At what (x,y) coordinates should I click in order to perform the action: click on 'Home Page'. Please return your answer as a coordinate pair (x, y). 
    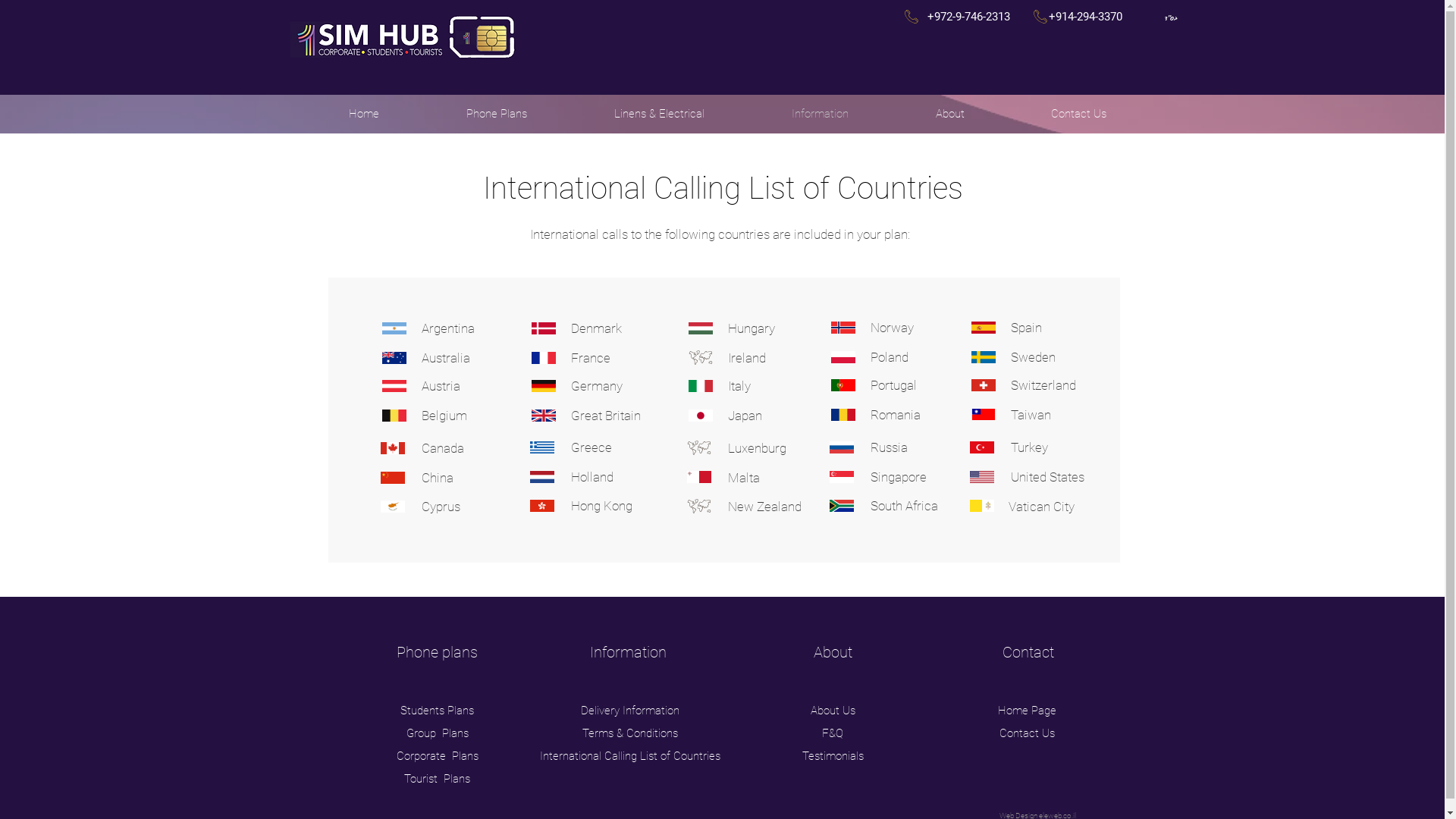
    Looking at the image, I should click on (1027, 711).